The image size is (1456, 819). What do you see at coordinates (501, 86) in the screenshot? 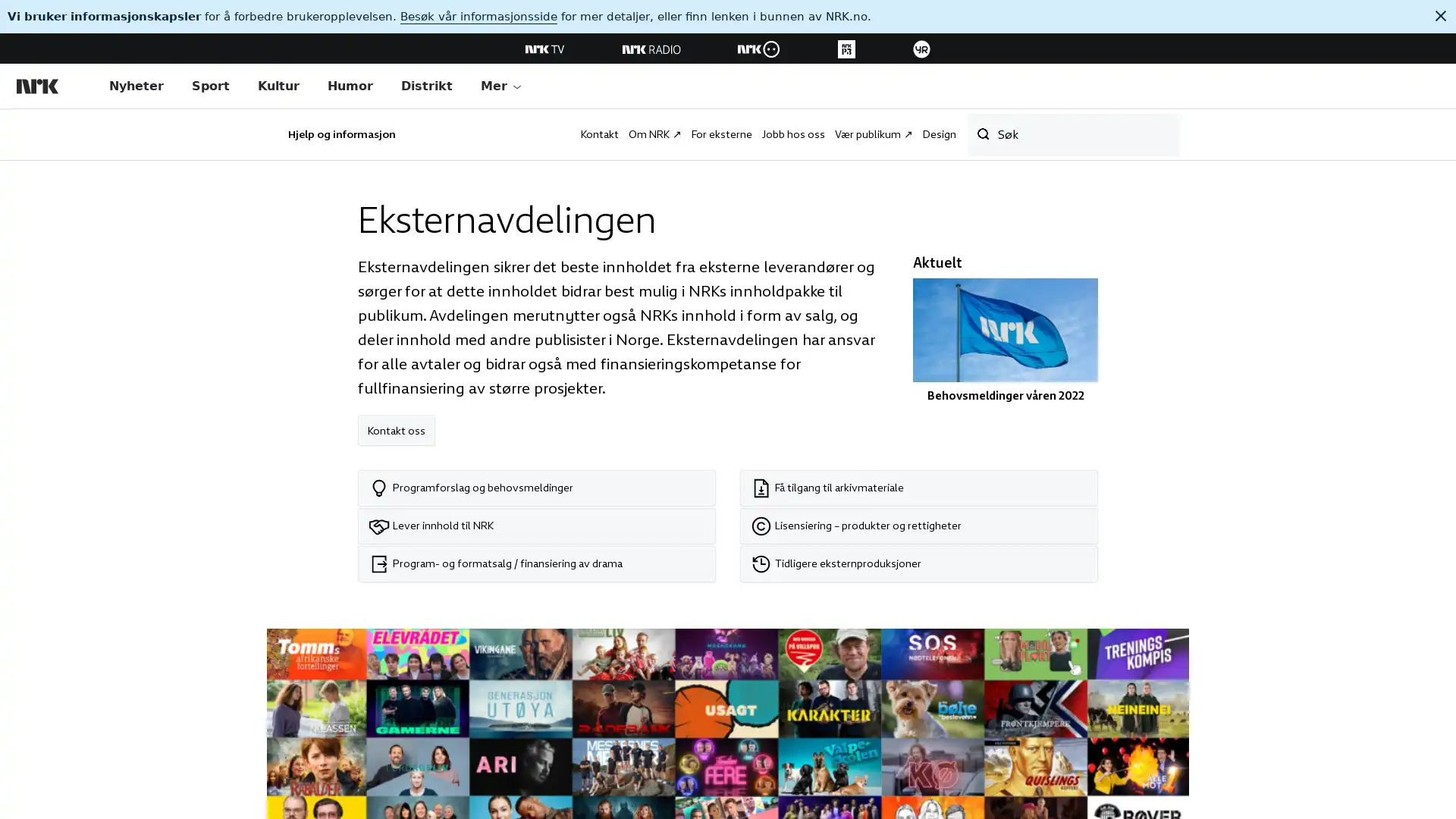
I see `Mer` at bounding box center [501, 86].